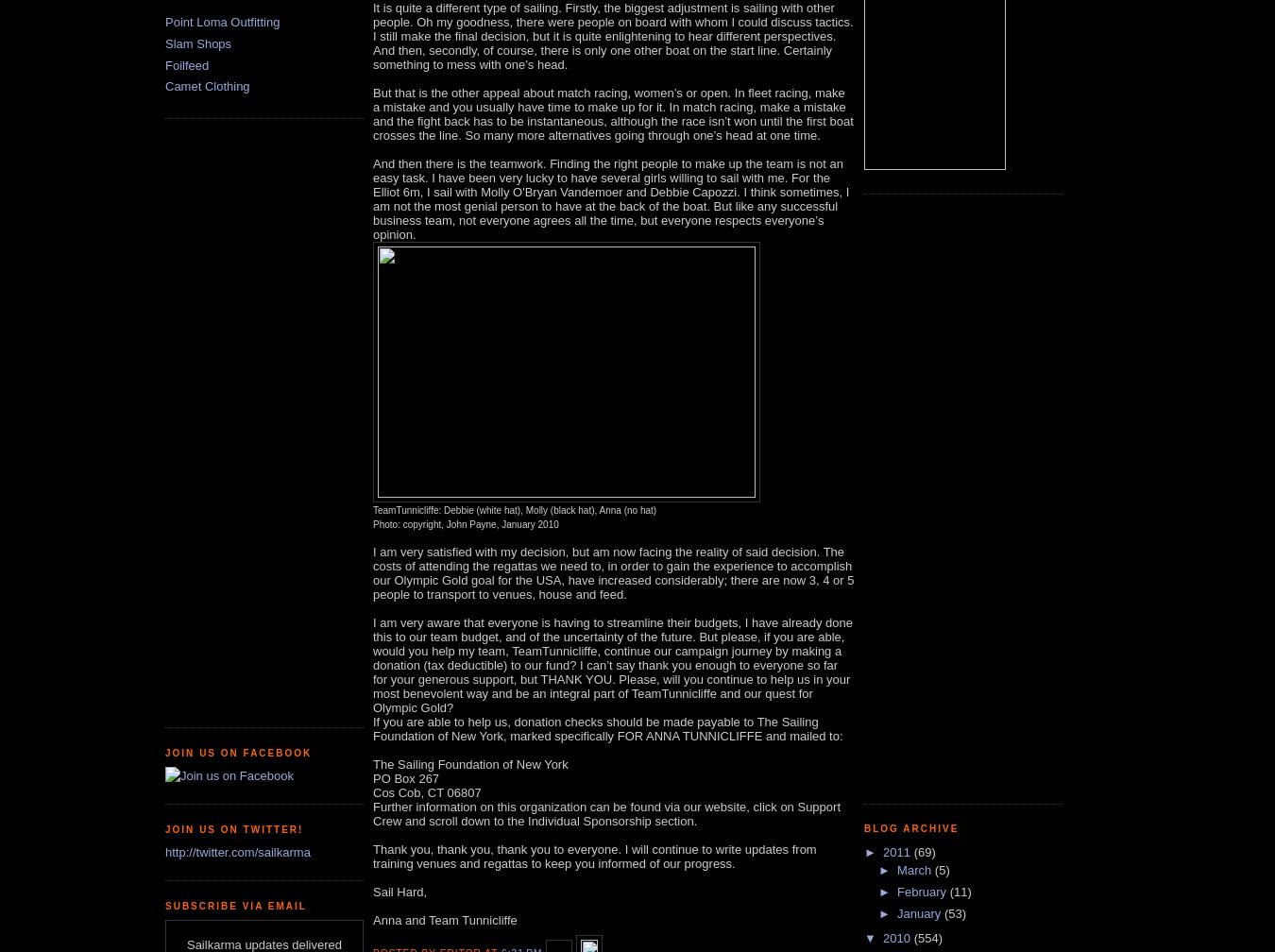 Image resolution: width=1275 pixels, height=952 pixels. What do you see at coordinates (909, 828) in the screenshot?
I see `'Blog Archive'` at bounding box center [909, 828].